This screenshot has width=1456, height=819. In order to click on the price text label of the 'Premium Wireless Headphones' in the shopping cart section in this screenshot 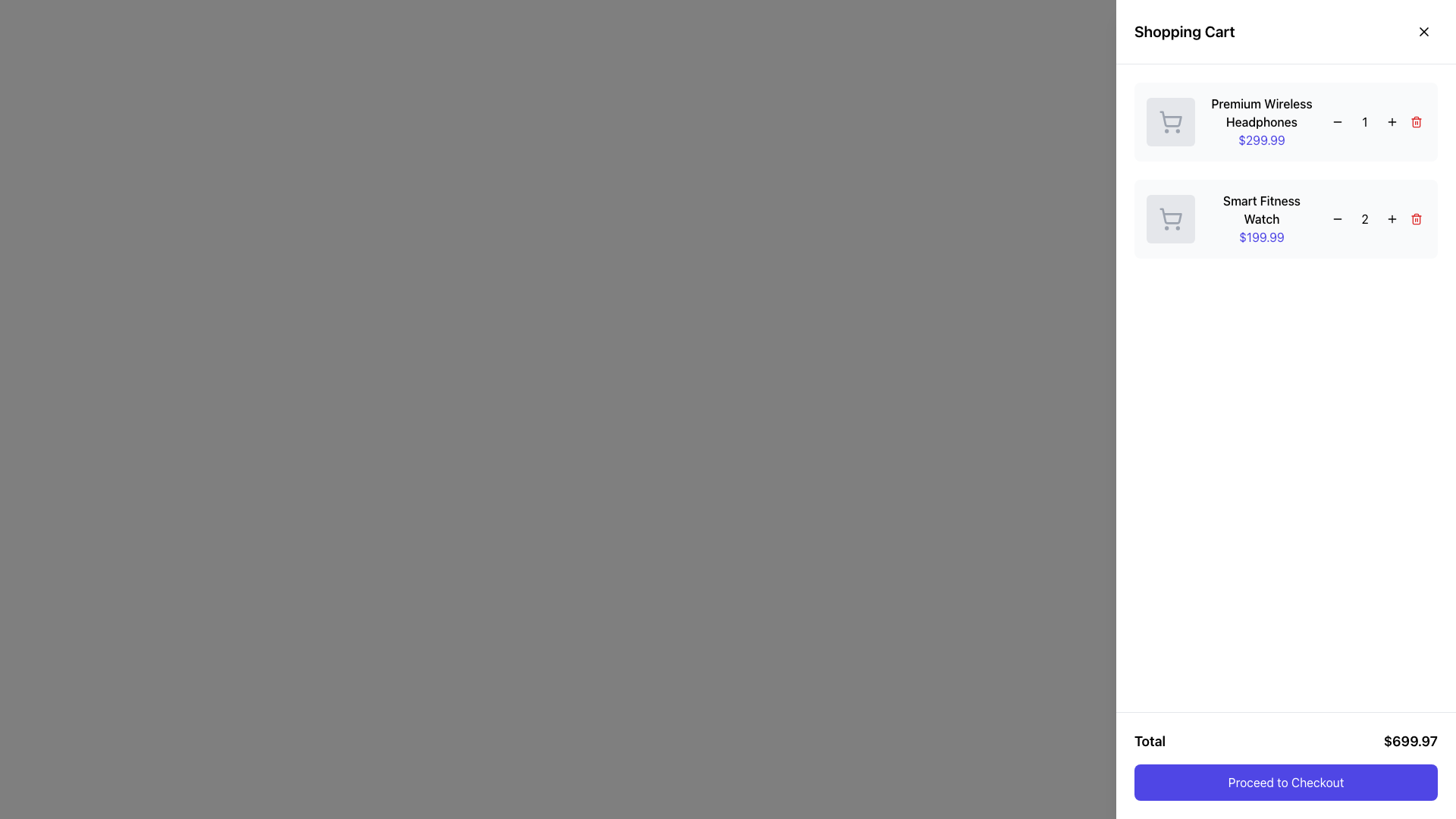, I will do `click(1262, 140)`.